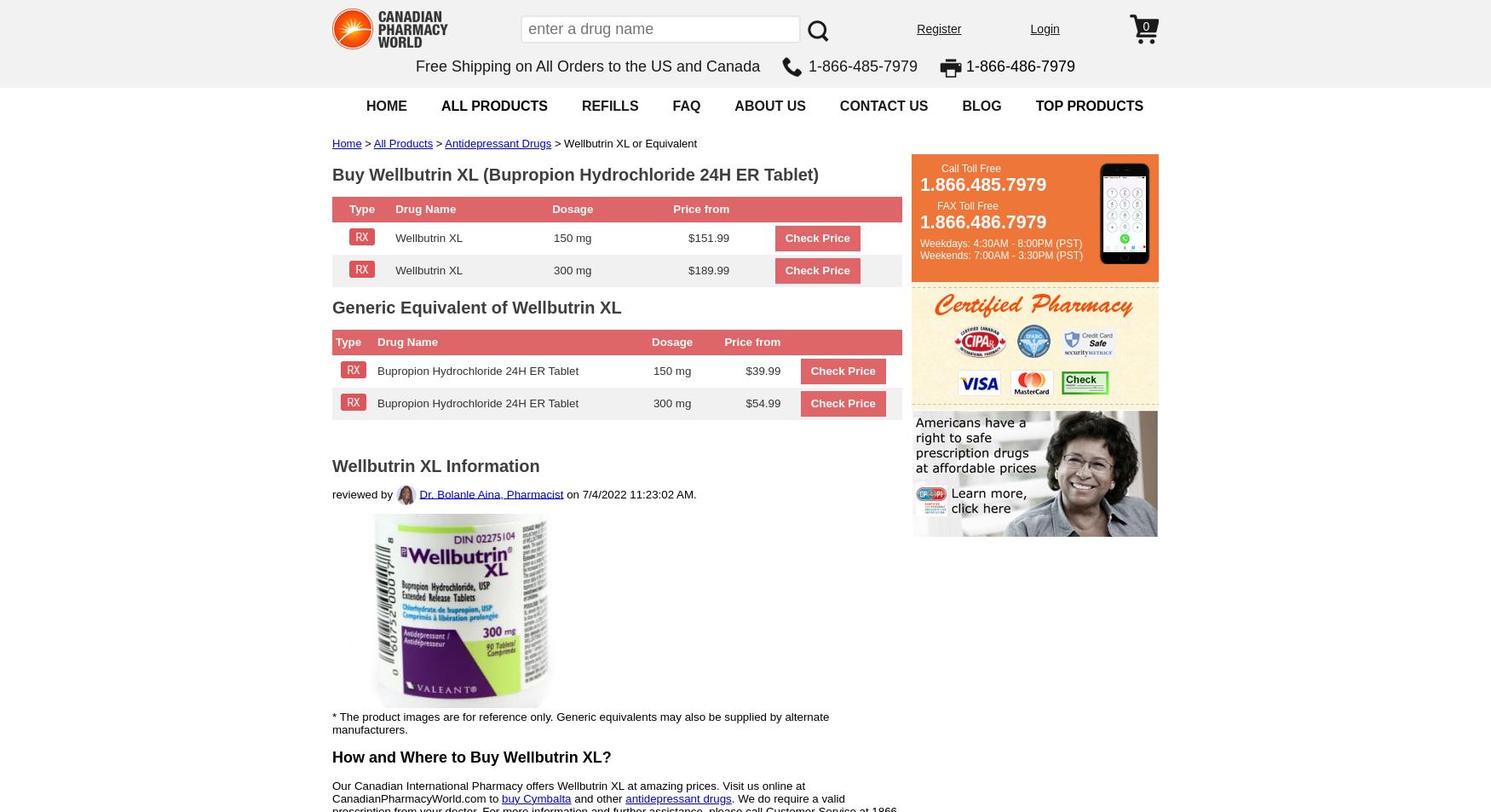 This screenshot has width=1491, height=812. Describe the element at coordinates (762, 402) in the screenshot. I see `'$54.99'` at that location.